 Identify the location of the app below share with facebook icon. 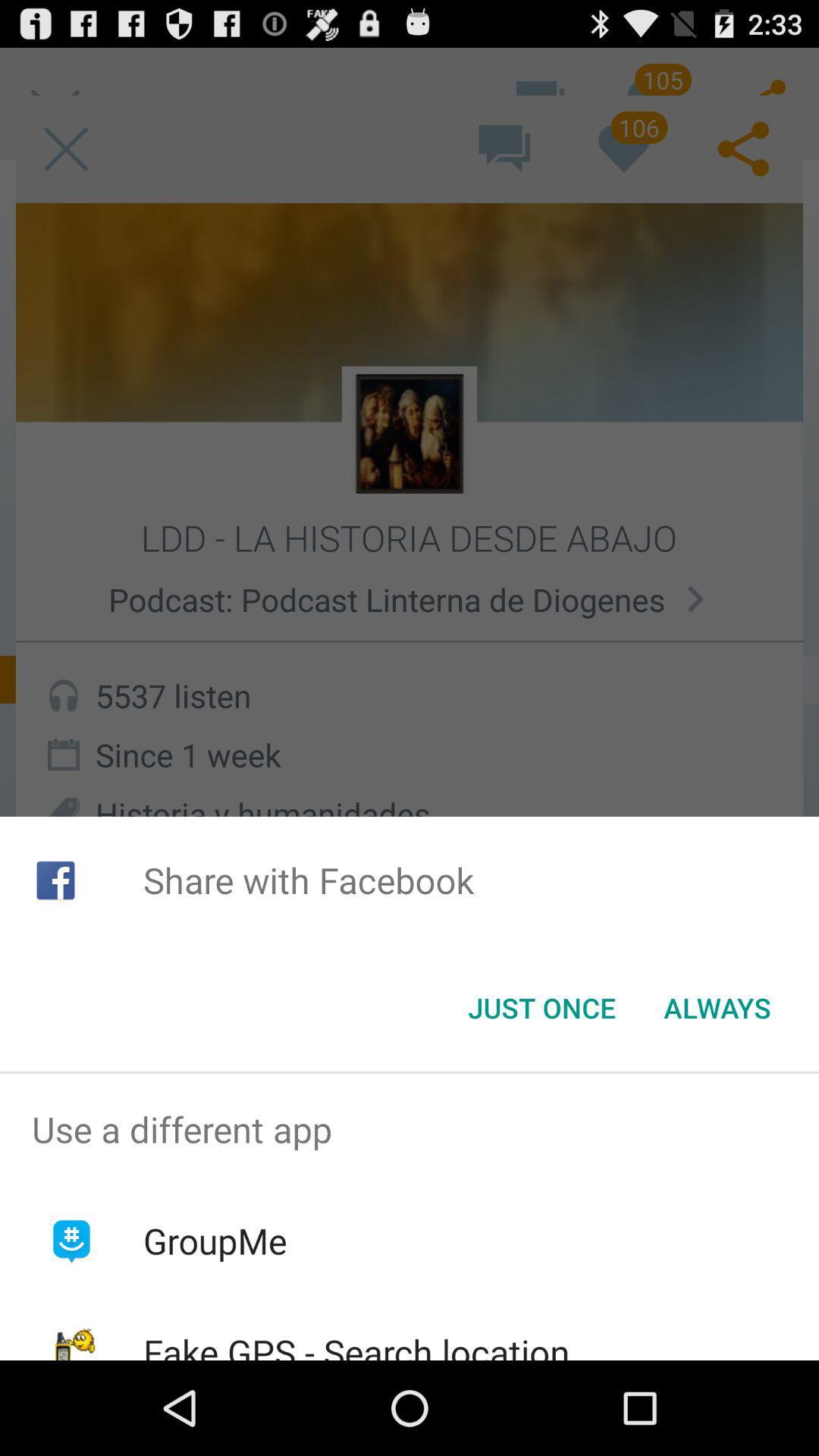
(541, 1008).